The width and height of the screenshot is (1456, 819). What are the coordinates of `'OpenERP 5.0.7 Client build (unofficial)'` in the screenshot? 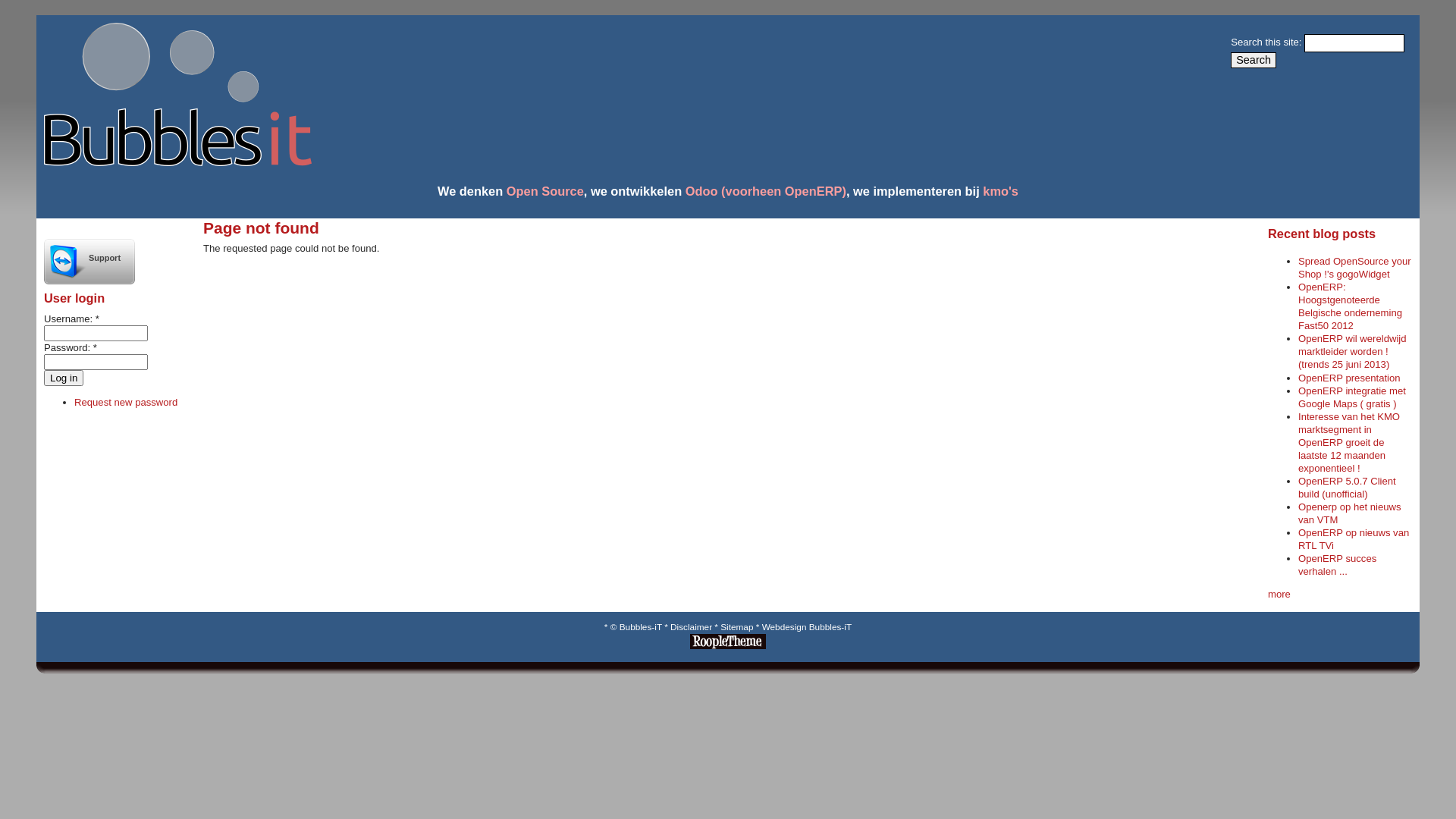 It's located at (1347, 488).